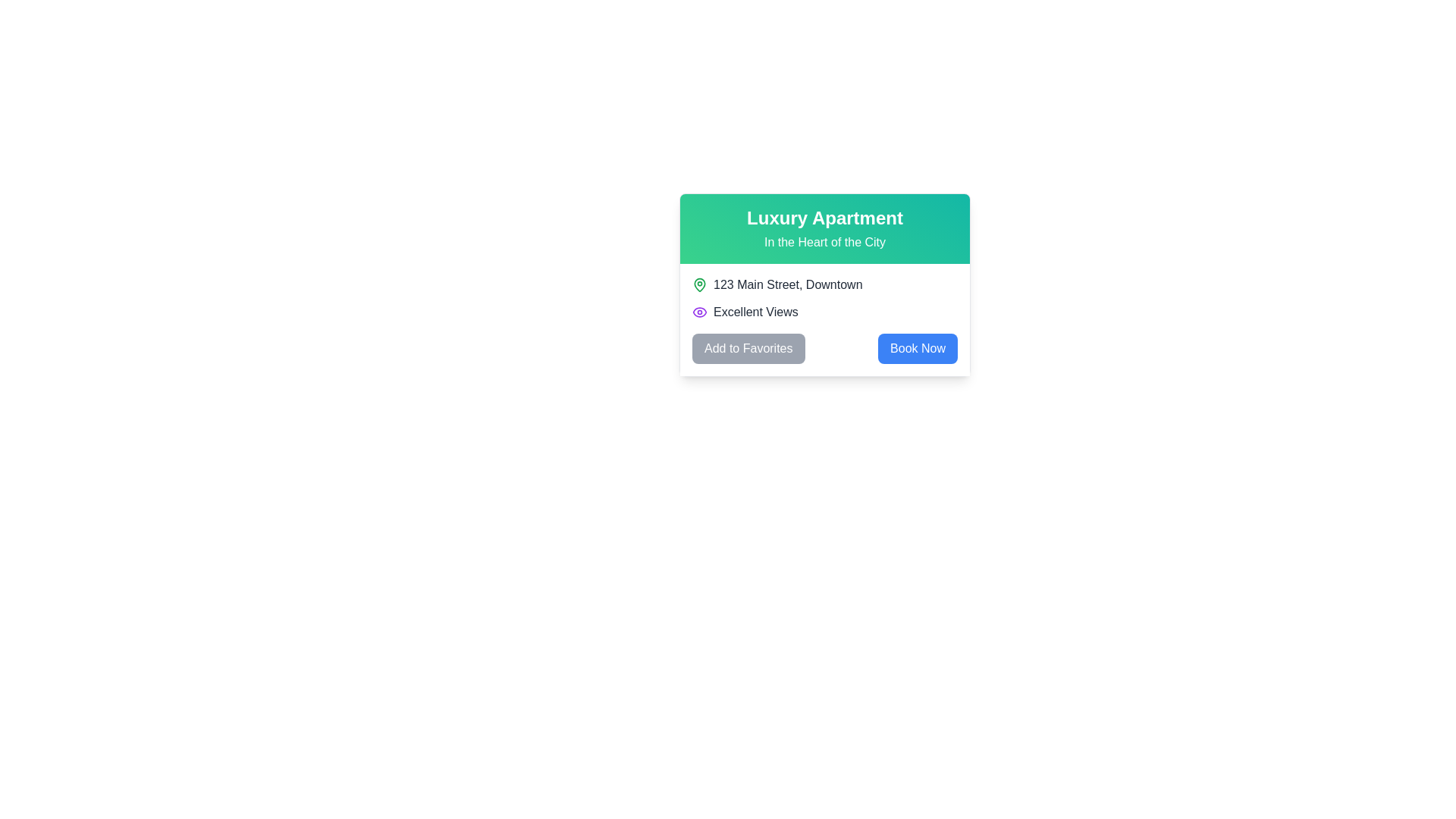 The image size is (1456, 819). What do you see at coordinates (755, 312) in the screenshot?
I see `the 'Excellent Views' text label, which is aligned to the right of an eye icon in a horizontal layout` at bounding box center [755, 312].